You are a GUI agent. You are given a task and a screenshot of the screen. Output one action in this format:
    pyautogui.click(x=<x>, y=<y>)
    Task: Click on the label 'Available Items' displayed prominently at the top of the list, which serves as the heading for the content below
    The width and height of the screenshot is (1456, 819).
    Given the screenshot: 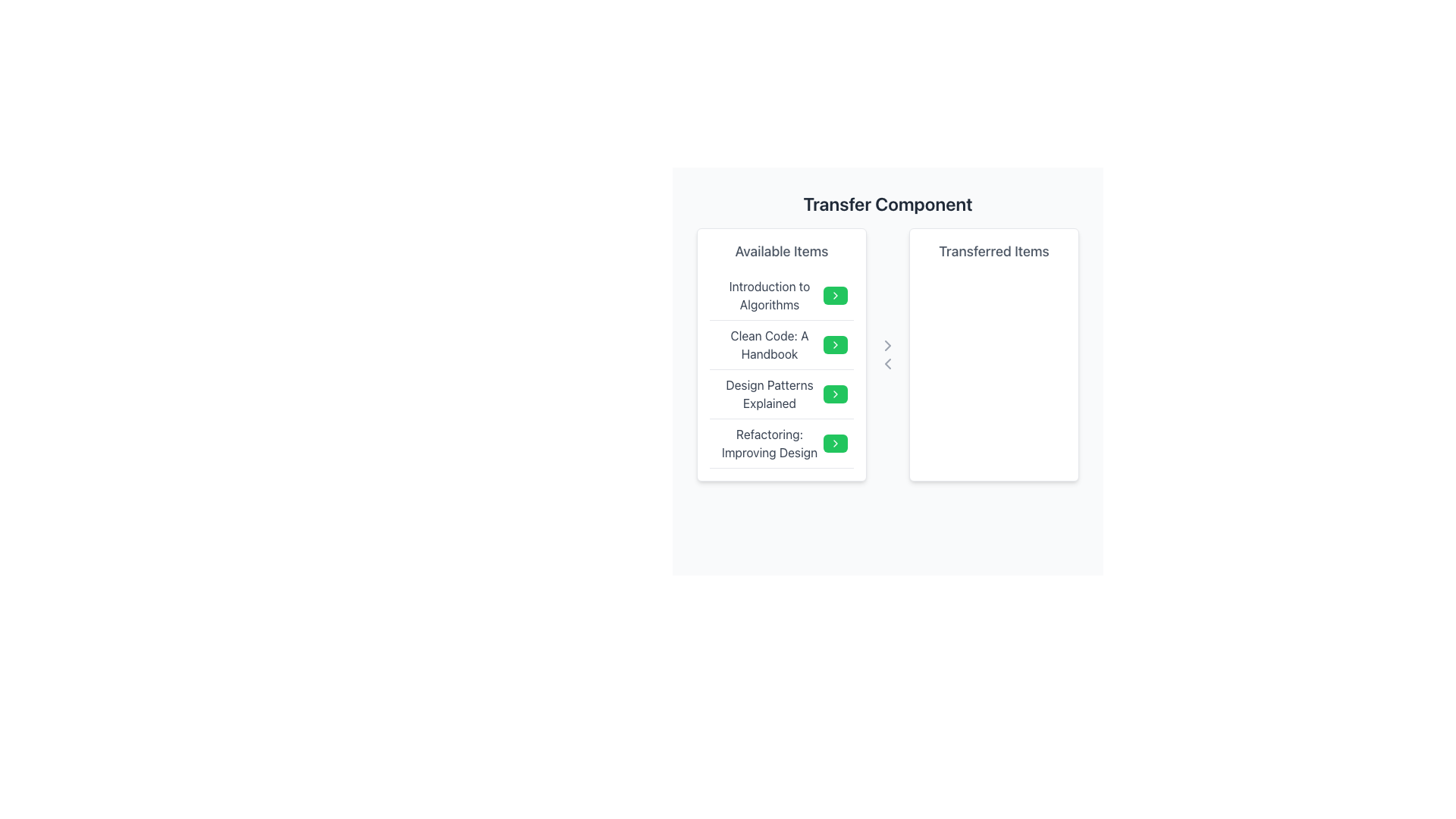 What is the action you would take?
    pyautogui.click(x=782, y=250)
    